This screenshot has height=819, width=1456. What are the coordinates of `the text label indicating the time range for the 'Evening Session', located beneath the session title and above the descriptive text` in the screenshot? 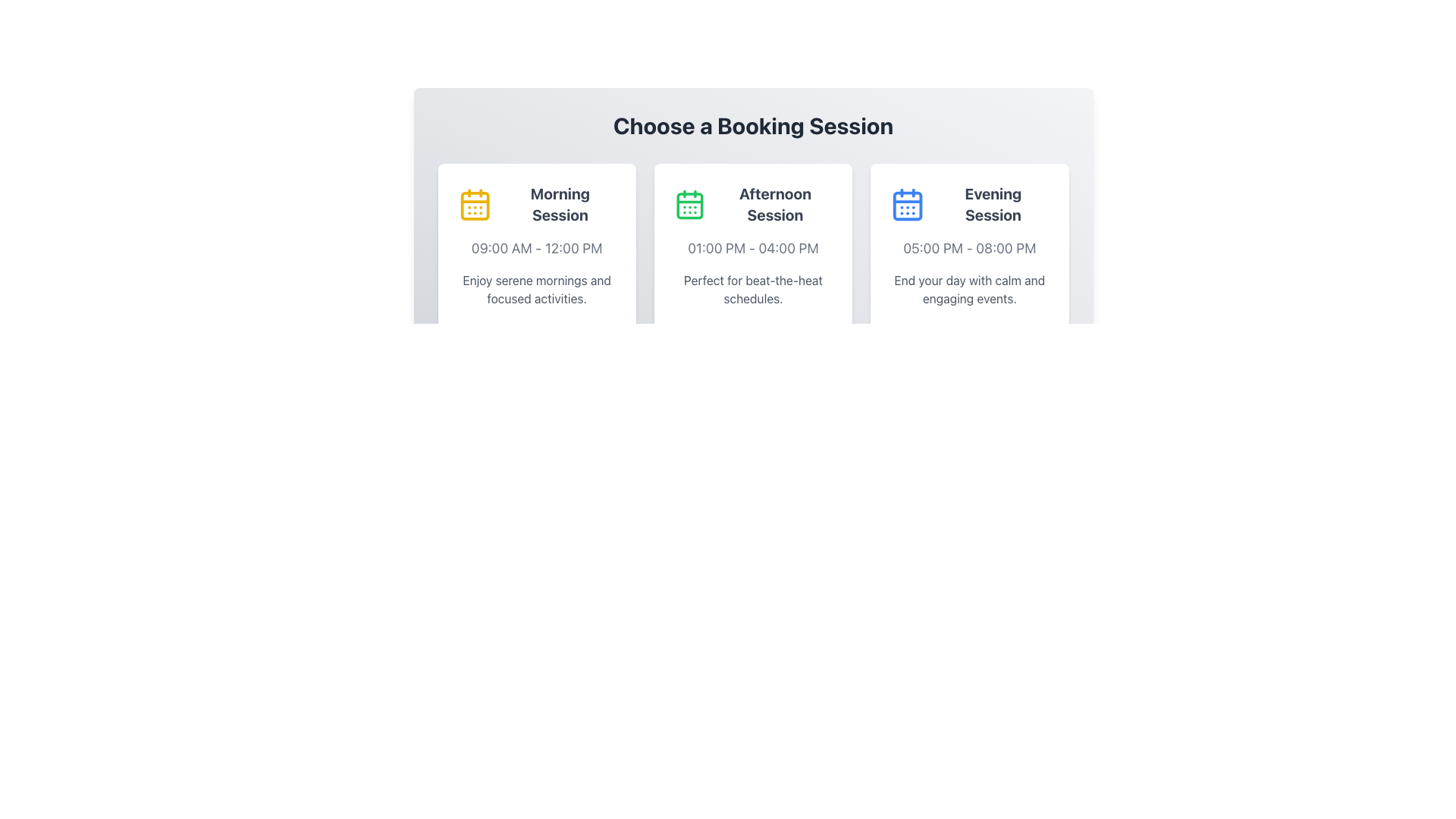 It's located at (968, 247).